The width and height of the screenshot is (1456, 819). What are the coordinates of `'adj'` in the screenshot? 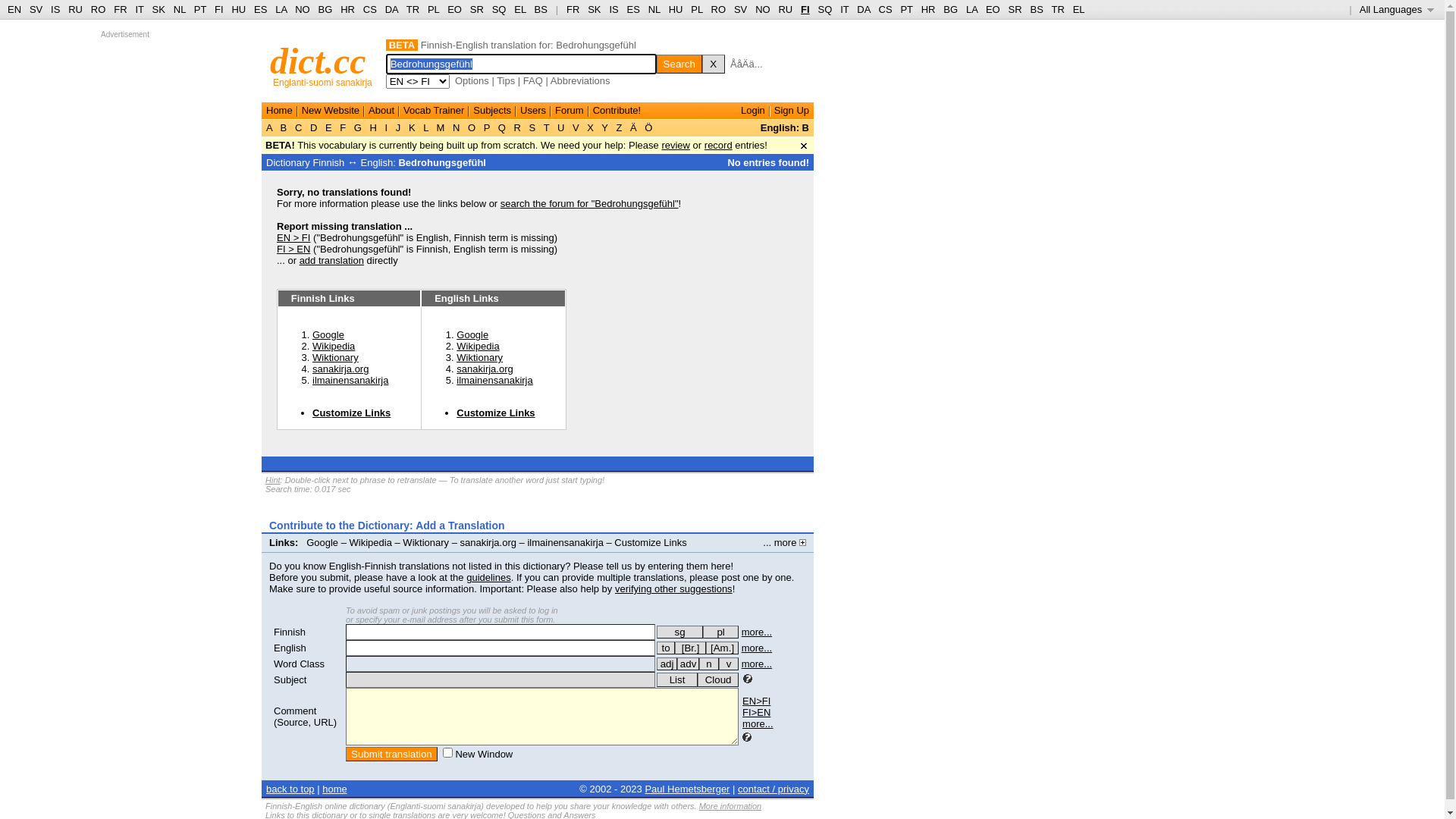 It's located at (667, 663).